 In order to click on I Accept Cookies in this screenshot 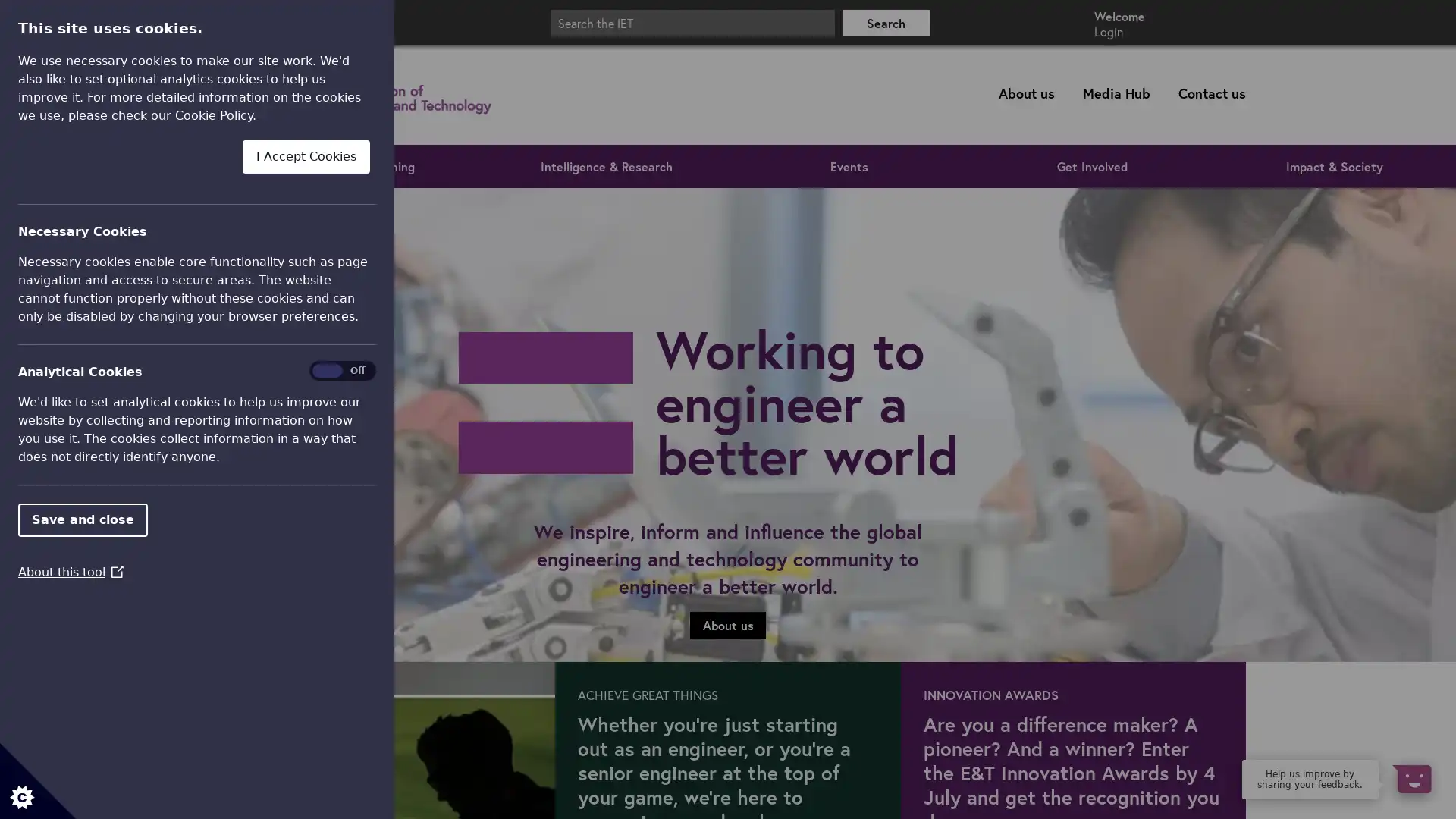, I will do `click(305, 155)`.